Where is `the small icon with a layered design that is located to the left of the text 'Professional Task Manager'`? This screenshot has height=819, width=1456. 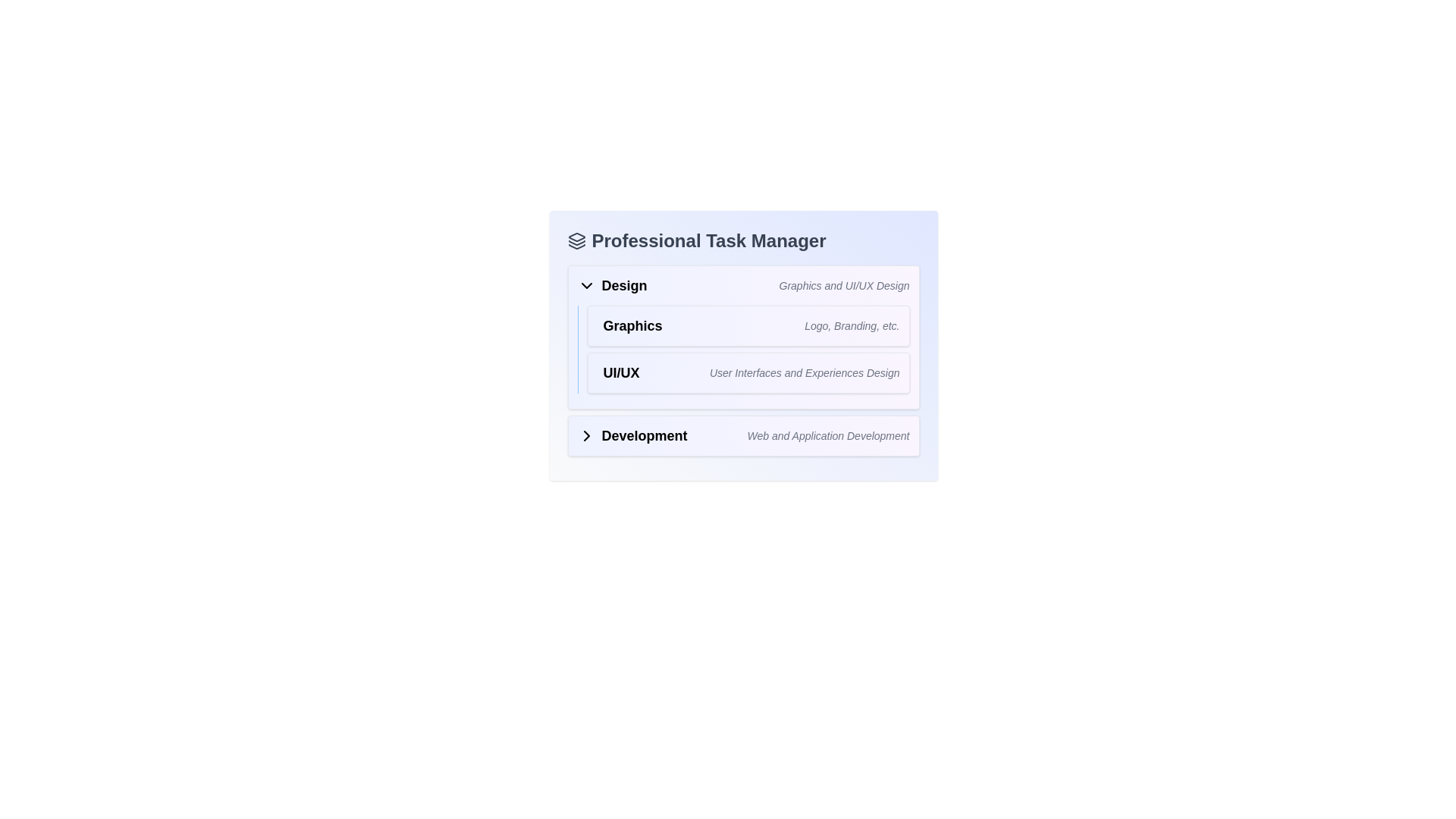 the small icon with a layered design that is located to the left of the text 'Professional Task Manager' is located at coordinates (576, 240).